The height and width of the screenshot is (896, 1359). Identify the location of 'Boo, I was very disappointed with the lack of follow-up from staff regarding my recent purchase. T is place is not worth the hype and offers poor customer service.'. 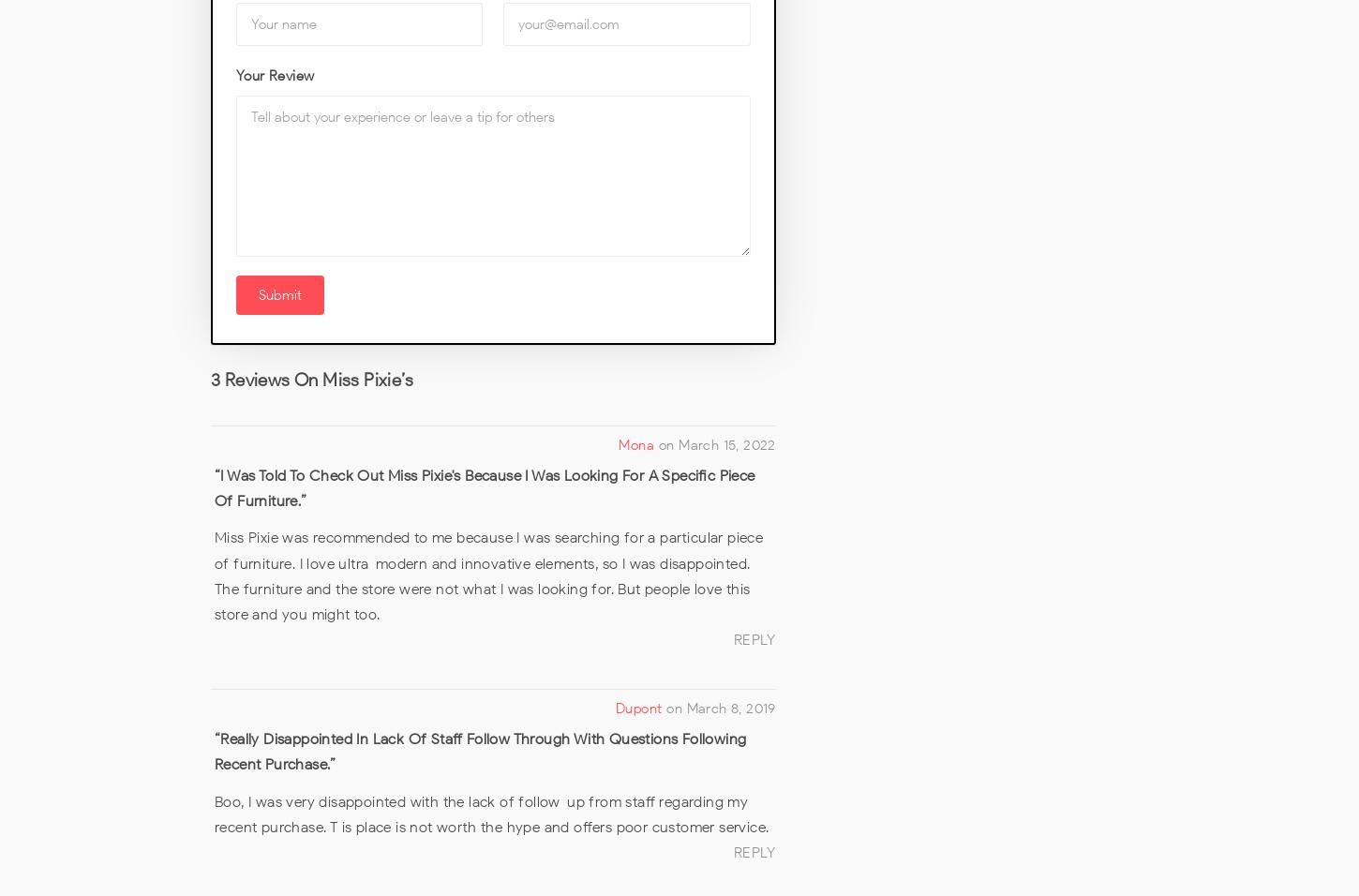
(213, 813).